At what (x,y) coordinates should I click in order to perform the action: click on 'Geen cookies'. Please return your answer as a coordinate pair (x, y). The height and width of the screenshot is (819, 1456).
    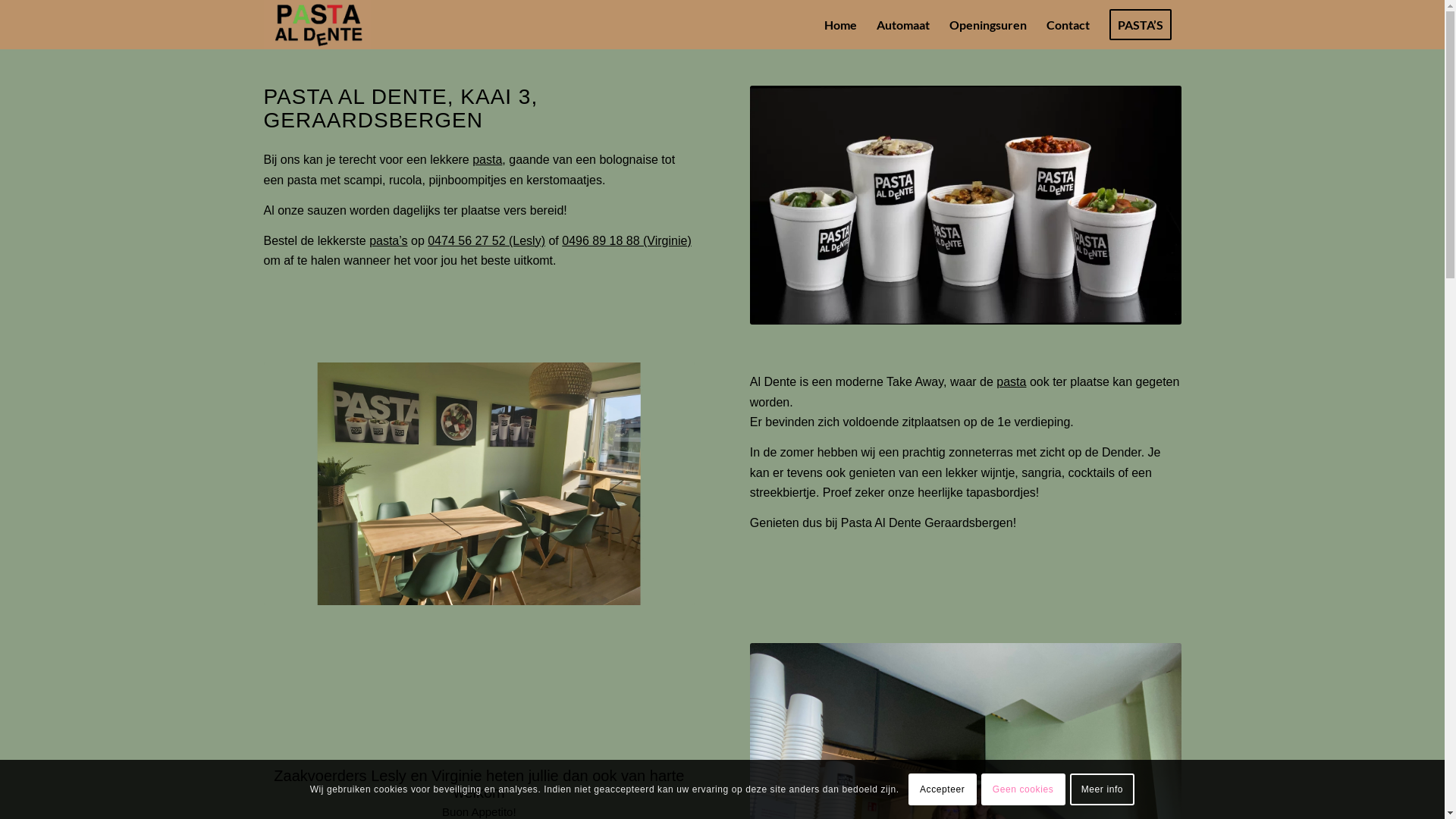
    Looking at the image, I should click on (1023, 789).